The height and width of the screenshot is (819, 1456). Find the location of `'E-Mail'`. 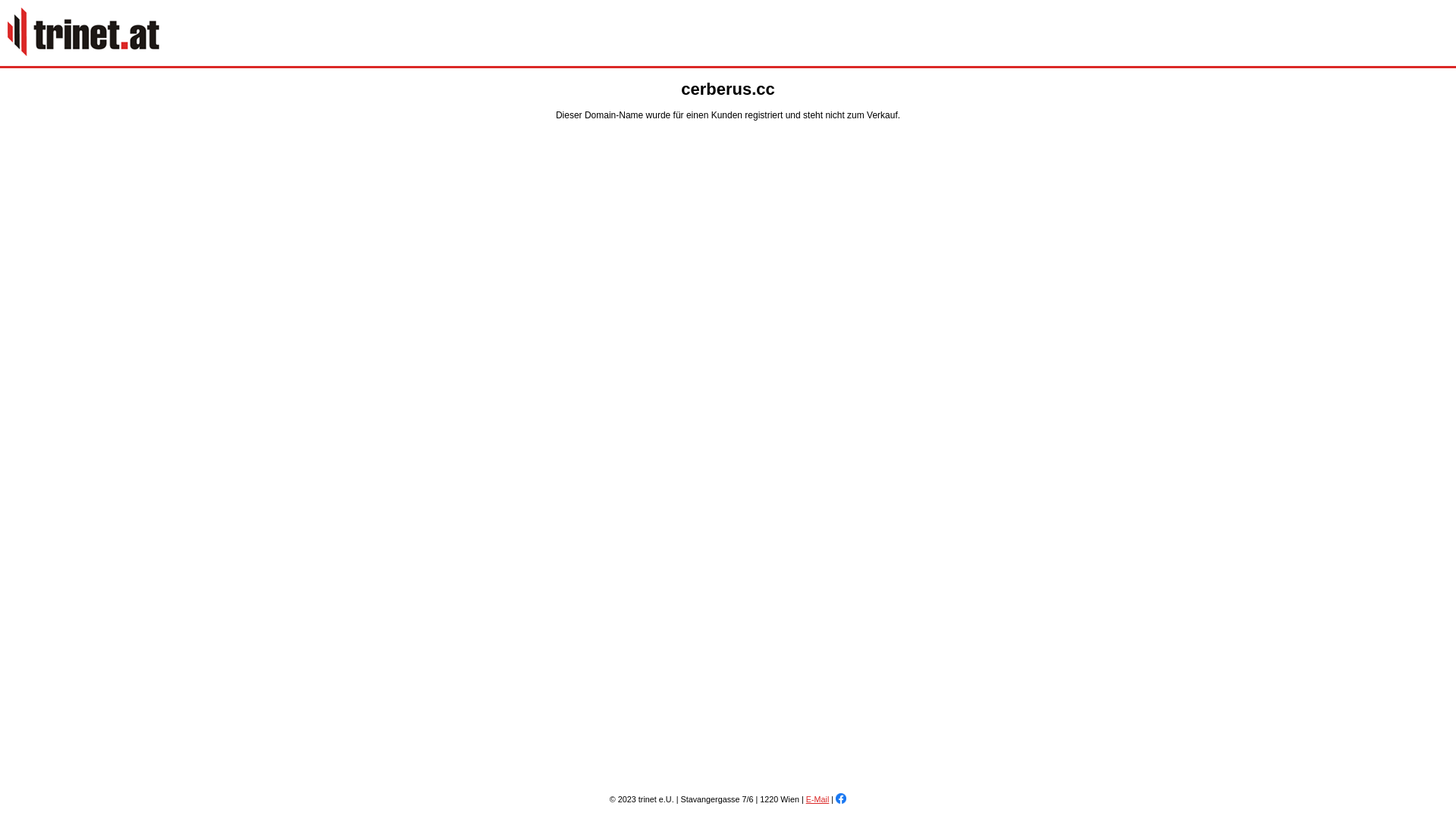

'E-Mail' is located at coordinates (805, 798).